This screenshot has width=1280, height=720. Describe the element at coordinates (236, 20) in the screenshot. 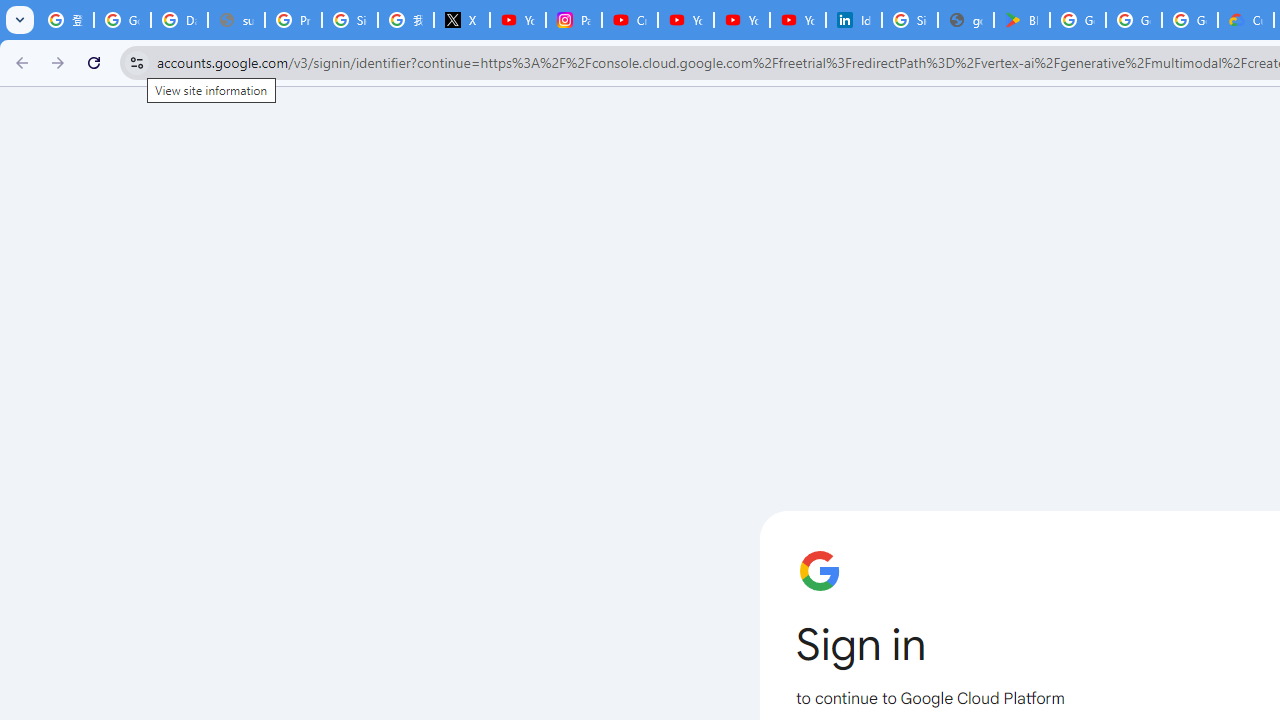

I see `'support.google.com - Network error'` at that location.